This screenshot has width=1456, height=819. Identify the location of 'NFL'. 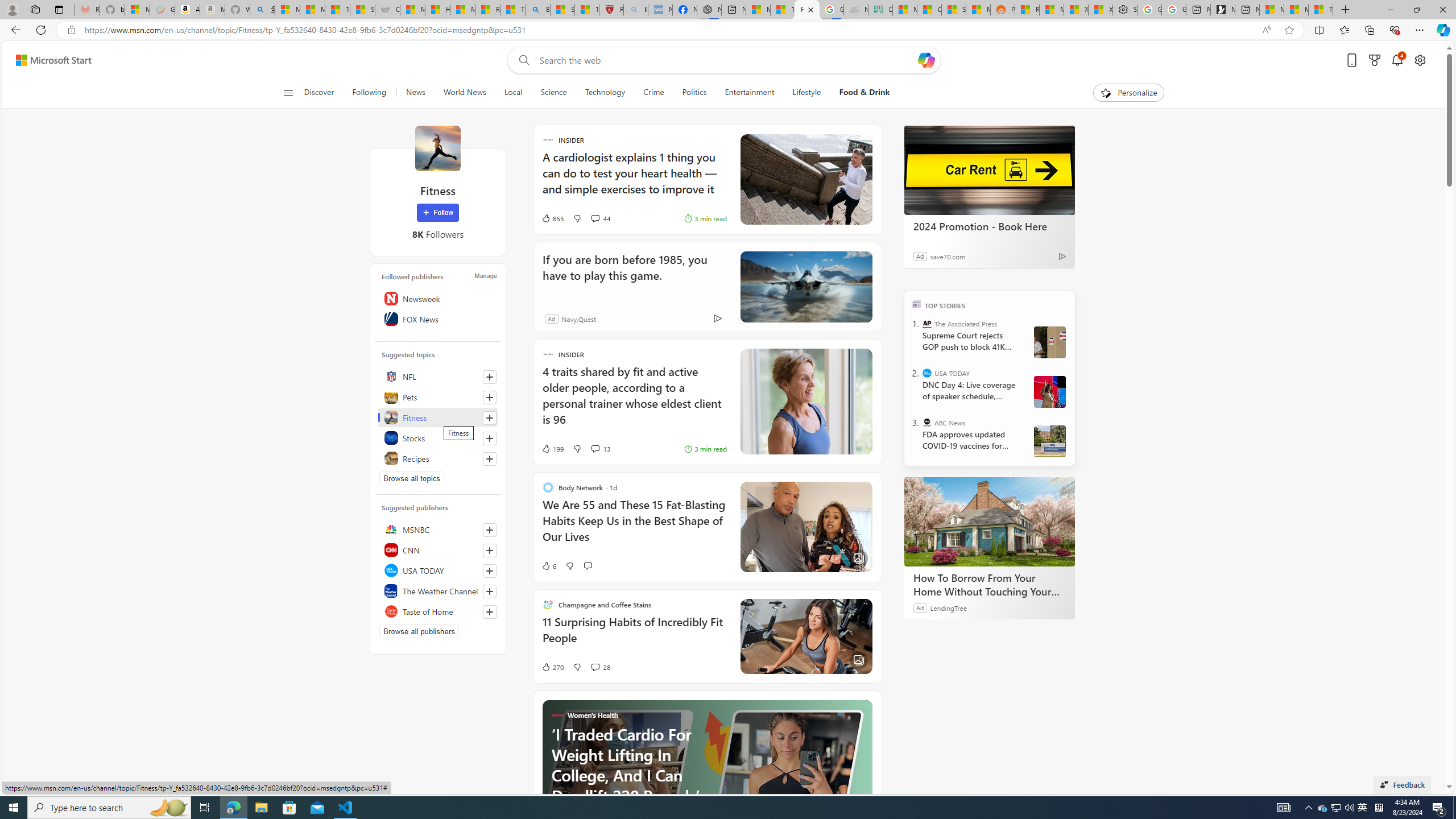
(438, 377).